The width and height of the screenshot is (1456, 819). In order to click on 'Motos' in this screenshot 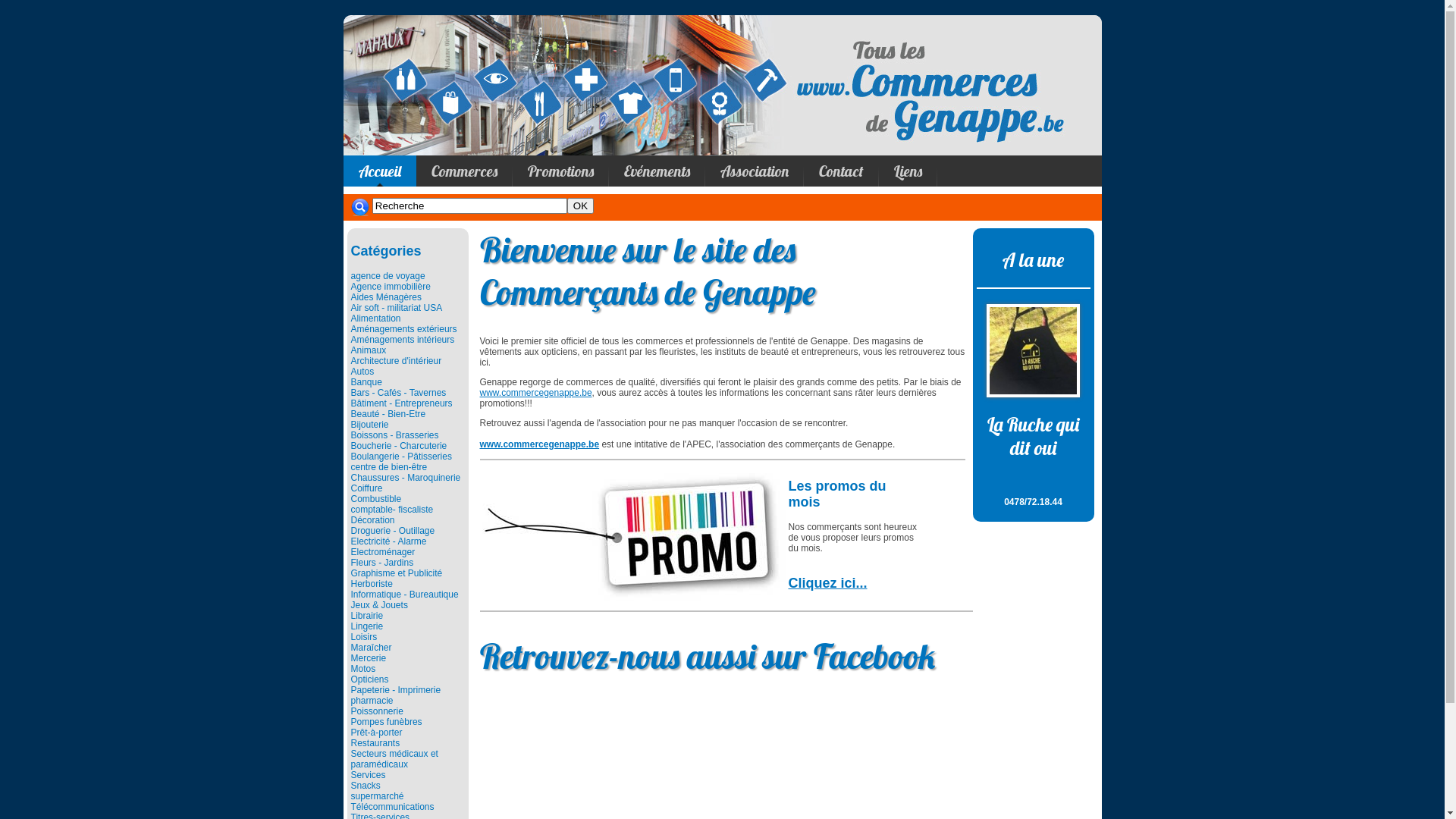, I will do `click(362, 668)`.